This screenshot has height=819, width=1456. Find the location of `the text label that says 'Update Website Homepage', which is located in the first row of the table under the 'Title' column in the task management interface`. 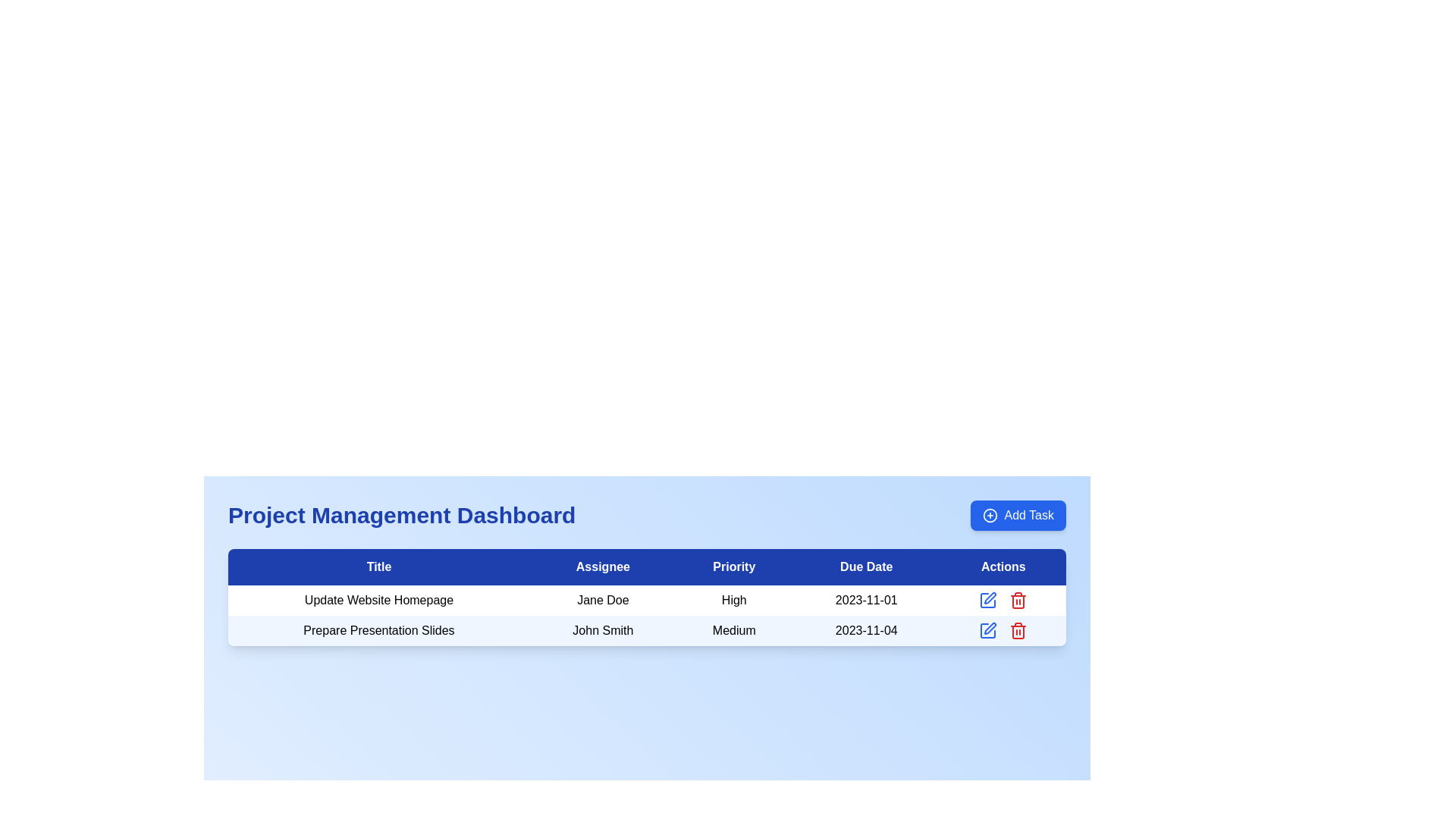

the text label that says 'Update Website Homepage', which is located in the first row of the table under the 'Title' column in the task management interface is located at coordinates (378, 599).